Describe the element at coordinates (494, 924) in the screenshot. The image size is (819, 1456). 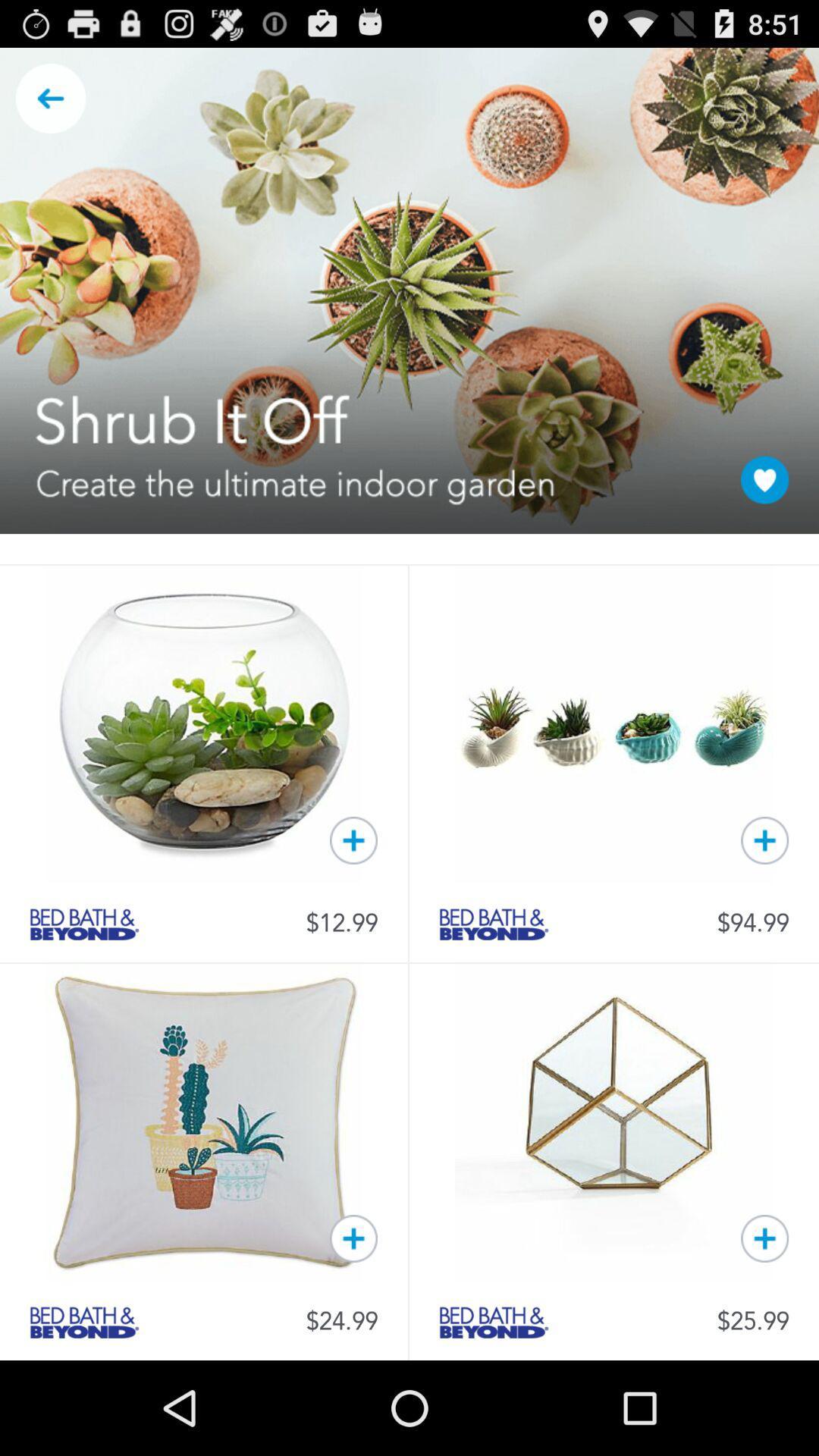
I see `seller` at that location.